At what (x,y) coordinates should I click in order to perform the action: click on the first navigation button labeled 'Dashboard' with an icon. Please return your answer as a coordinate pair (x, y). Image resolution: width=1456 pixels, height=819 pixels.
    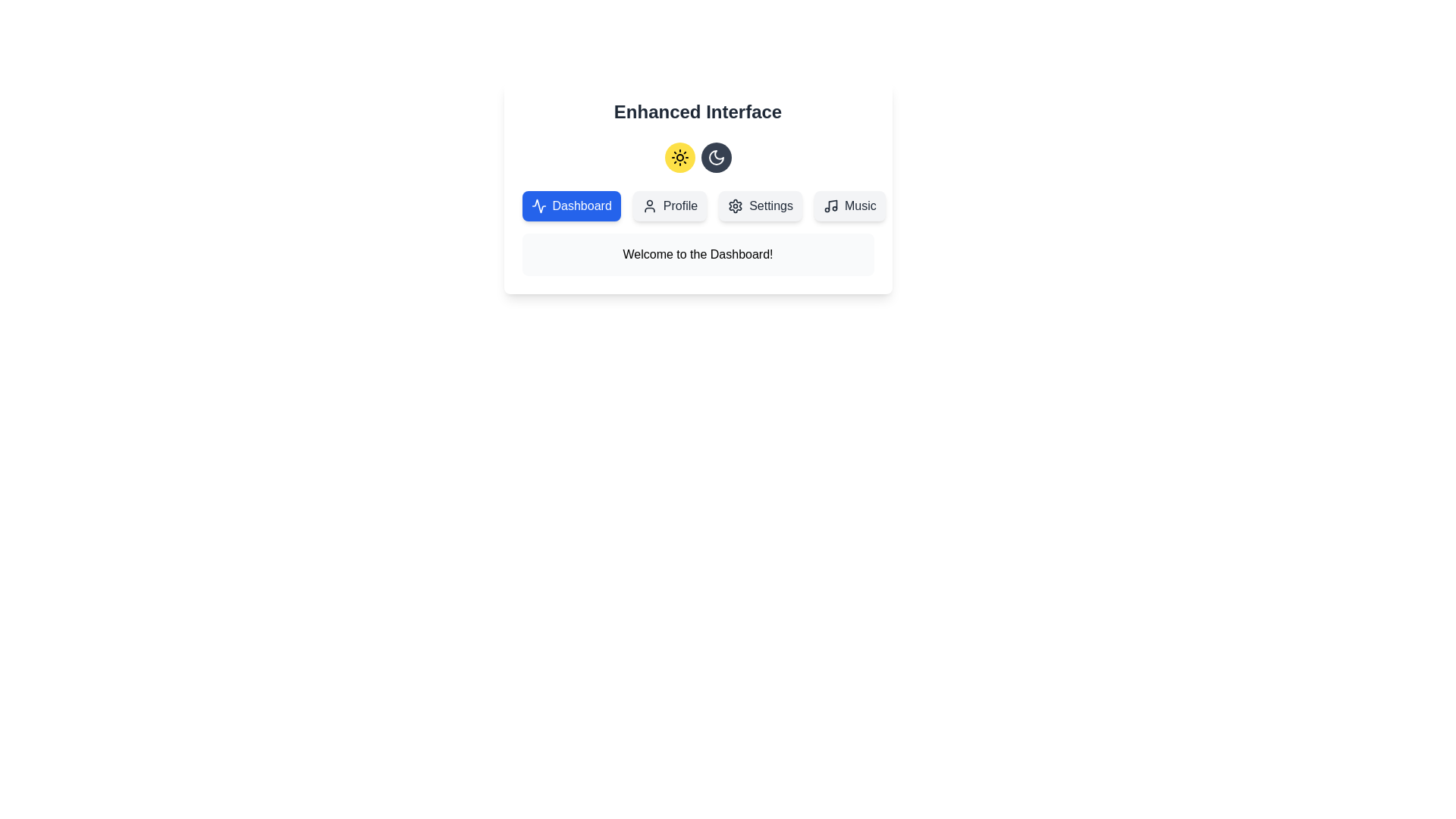
    Looking at the image, I should click on (570, 206).